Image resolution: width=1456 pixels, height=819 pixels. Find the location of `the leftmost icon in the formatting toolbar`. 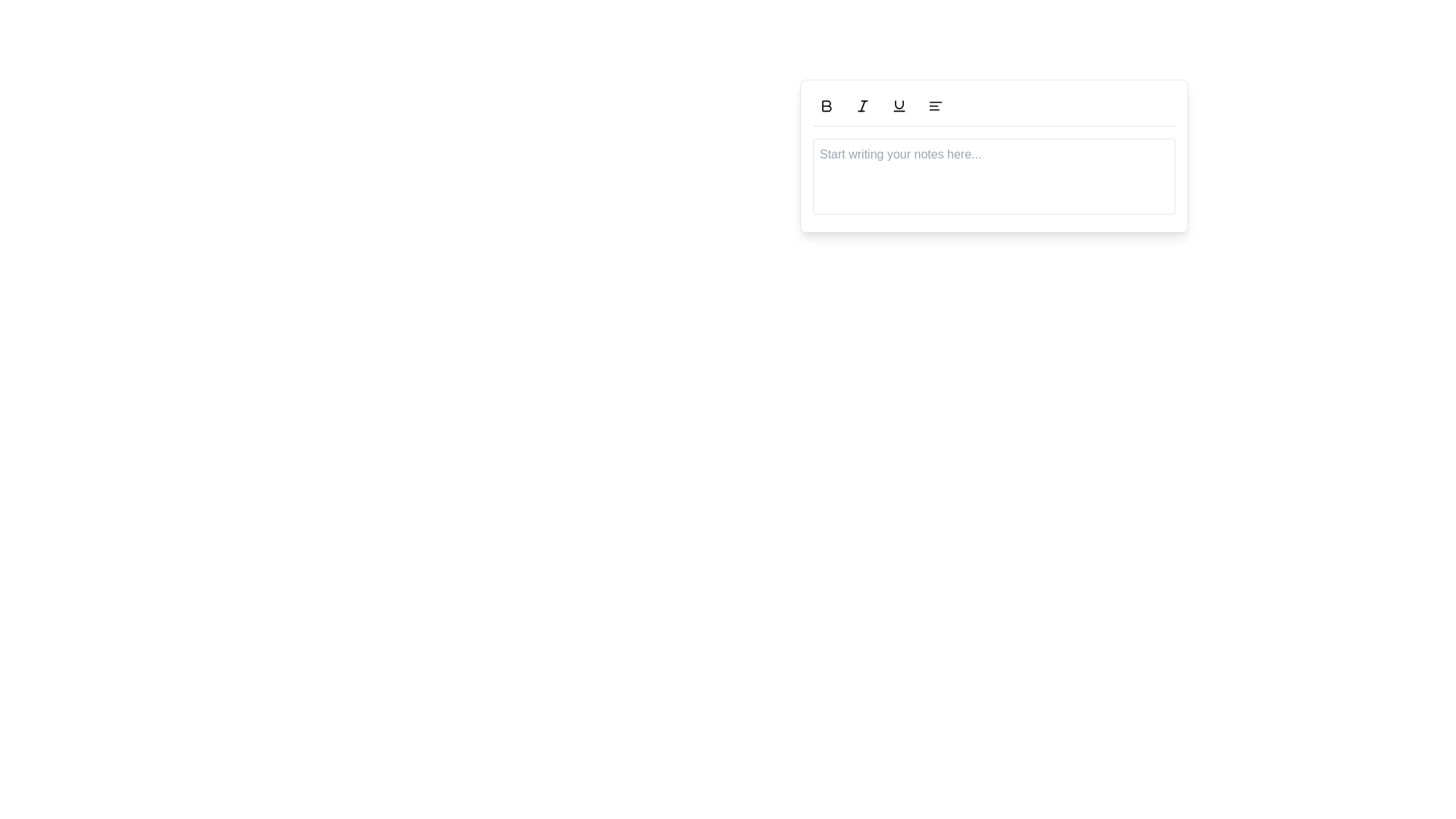

the leftmost icon in the formatting toolbar is located at coordinates (825, 105).